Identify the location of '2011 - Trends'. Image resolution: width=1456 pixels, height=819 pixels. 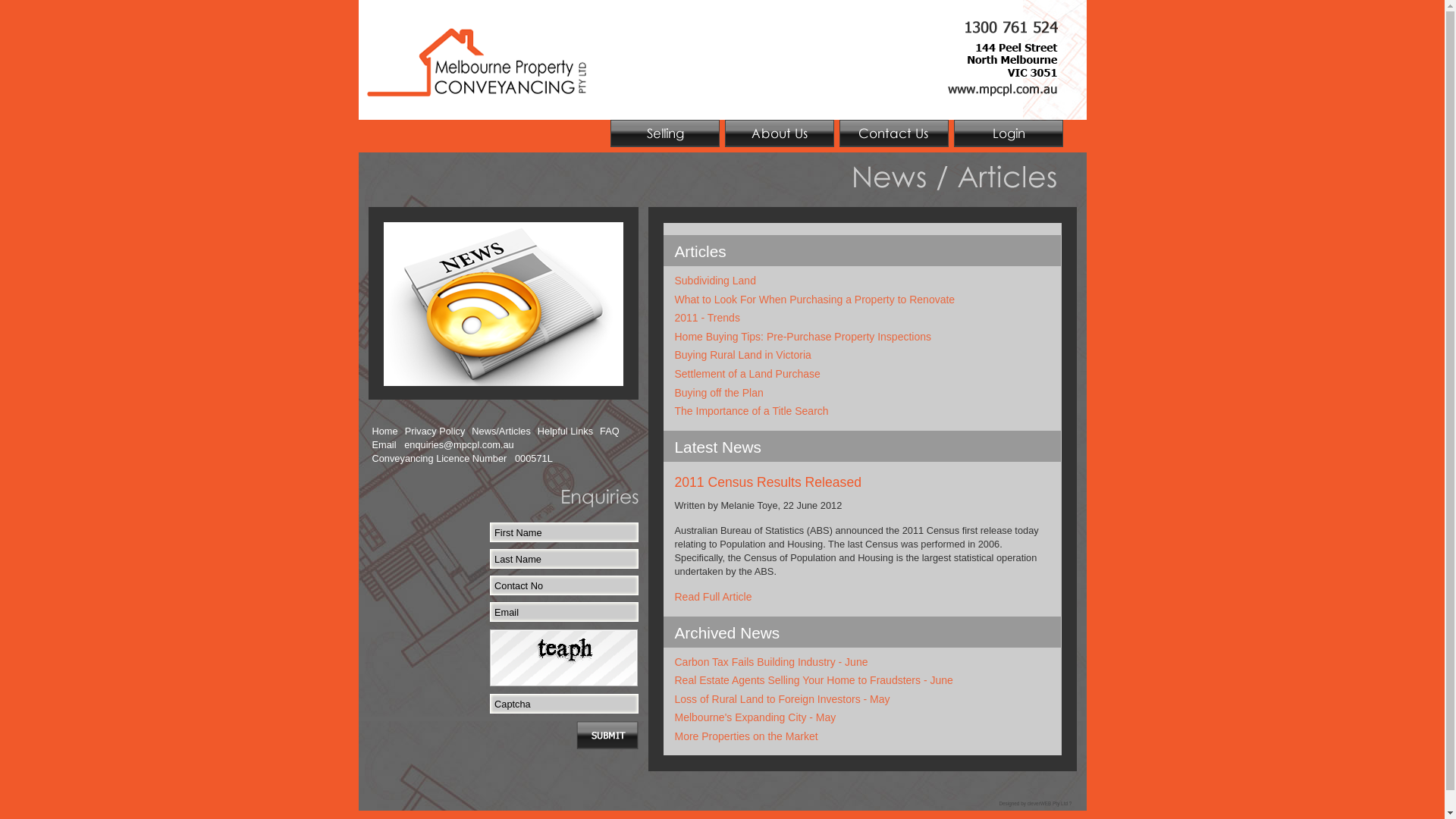
(706, 317).